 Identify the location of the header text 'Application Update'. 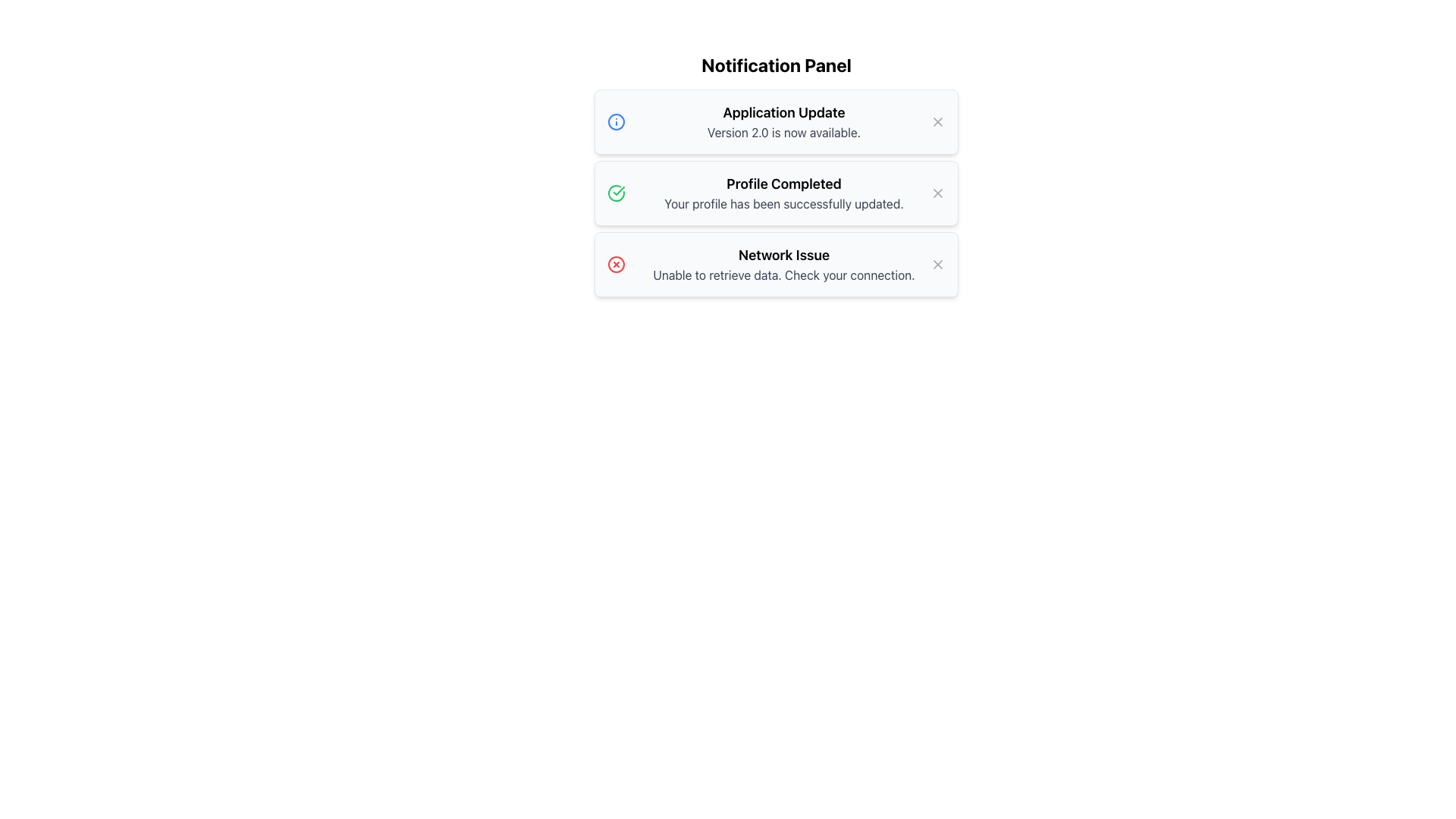
(783, 112).